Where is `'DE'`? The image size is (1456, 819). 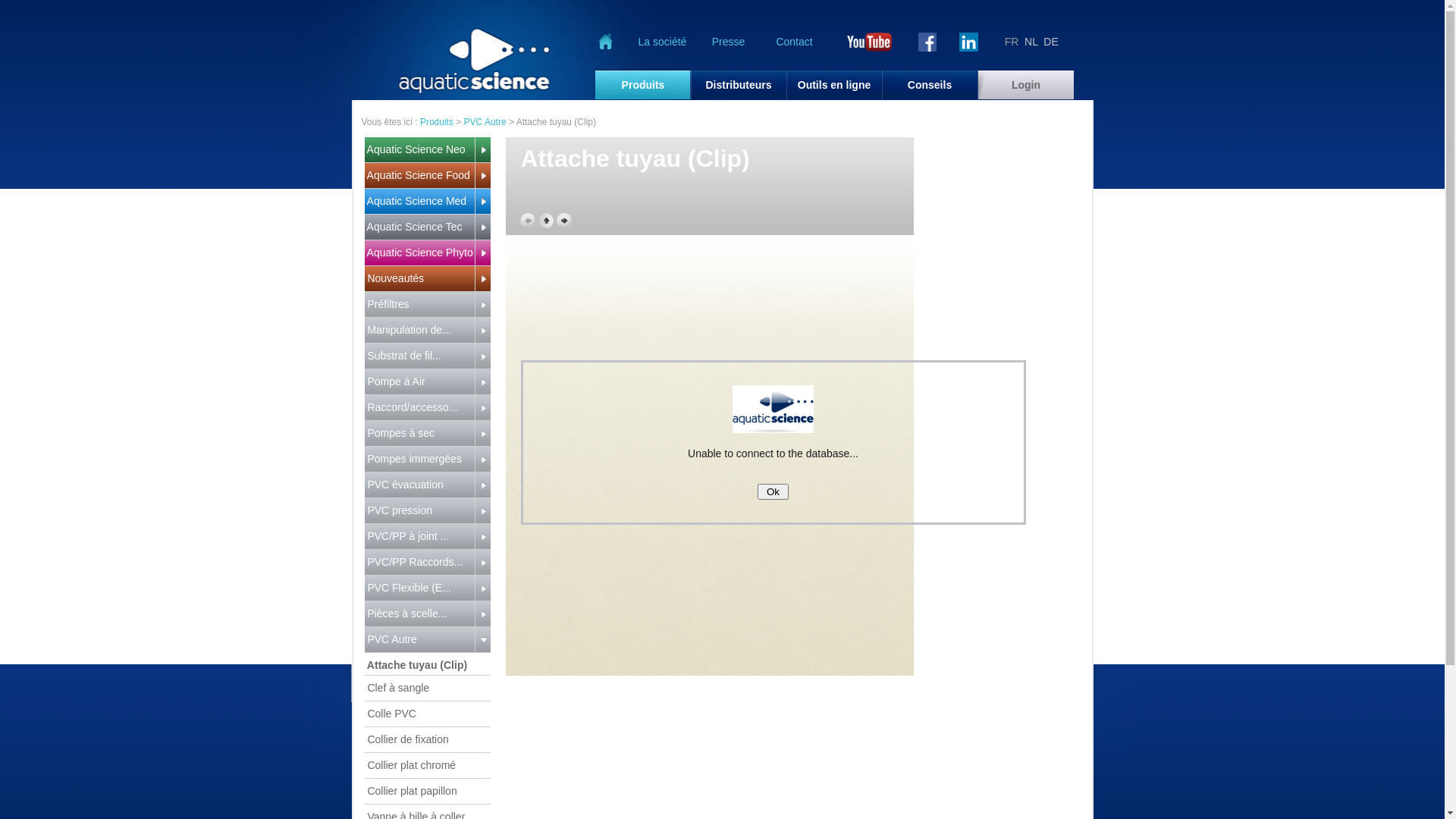
'DE' is located at coordinates (1050, 40).